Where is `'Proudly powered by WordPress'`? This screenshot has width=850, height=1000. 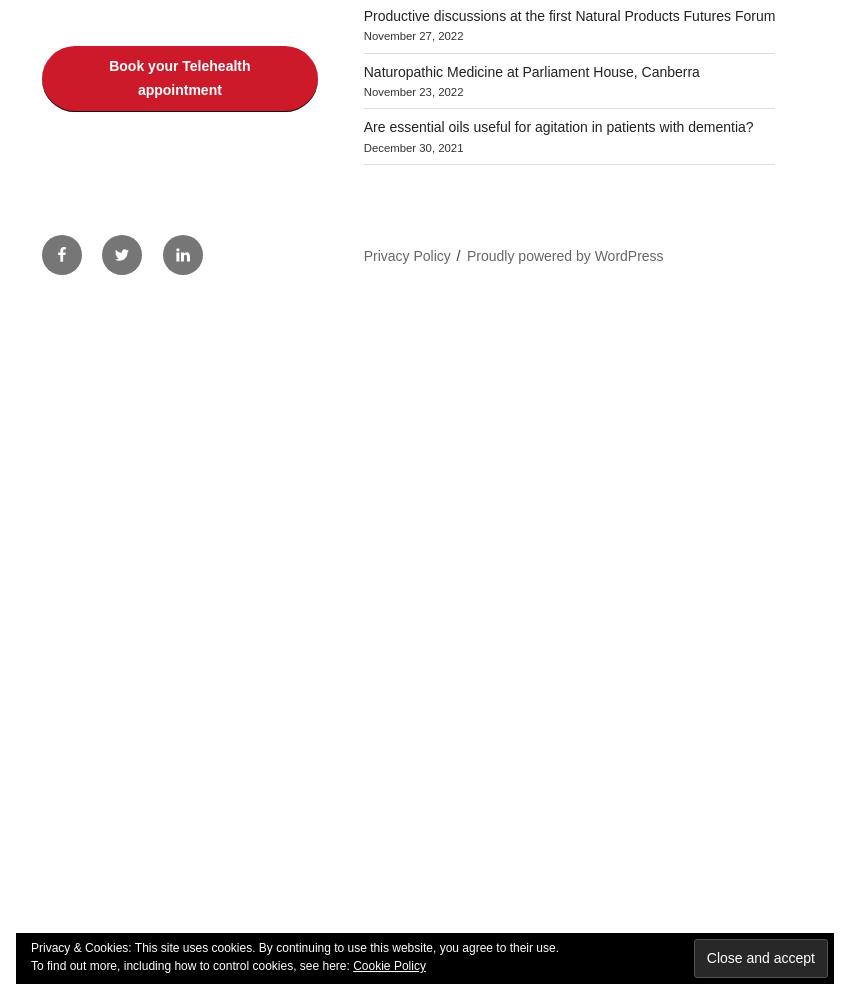
'Proudly powered by WordPress' is located at coordinates (564, 255).